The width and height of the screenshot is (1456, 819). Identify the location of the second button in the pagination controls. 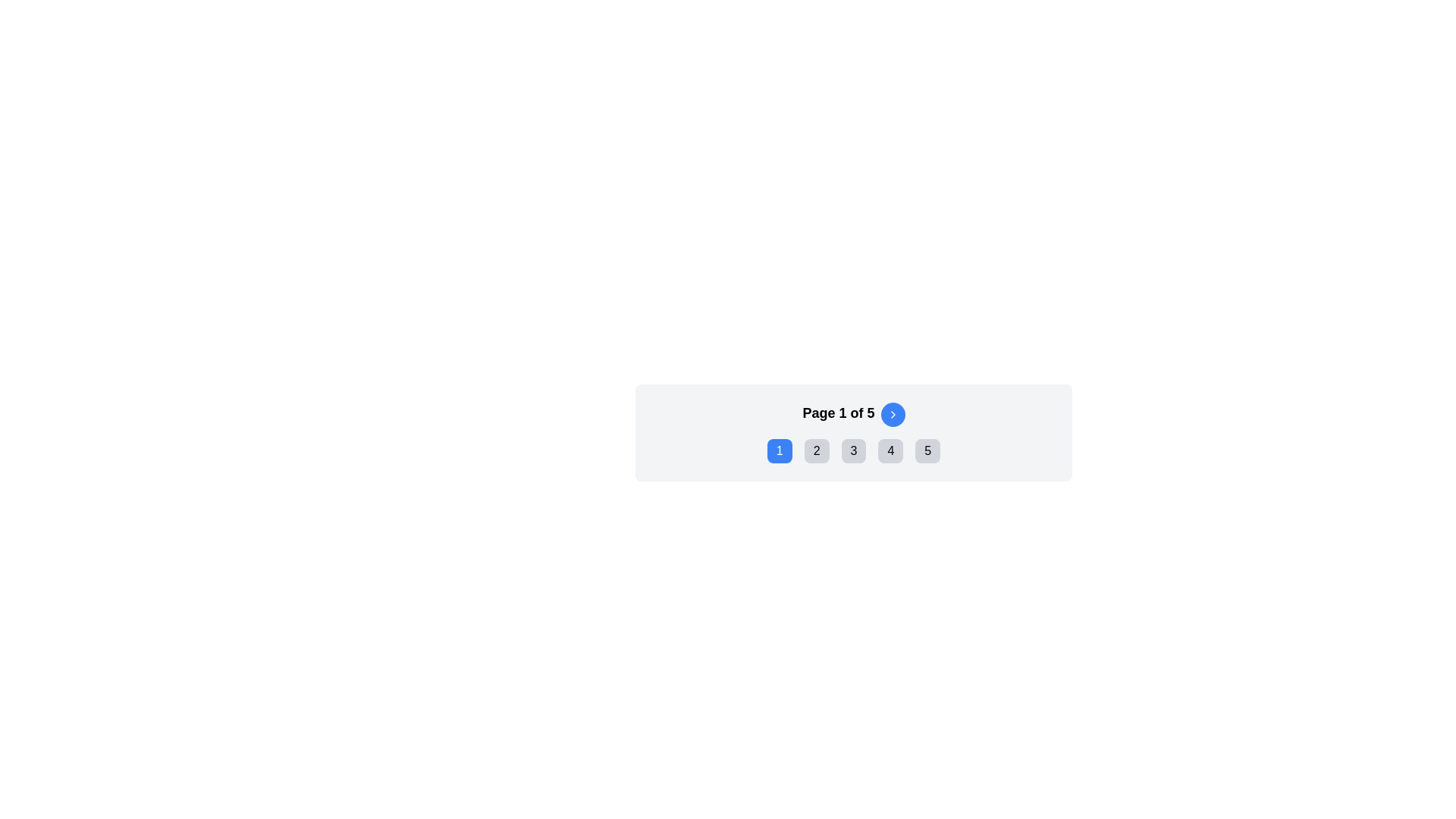
(816, 450).